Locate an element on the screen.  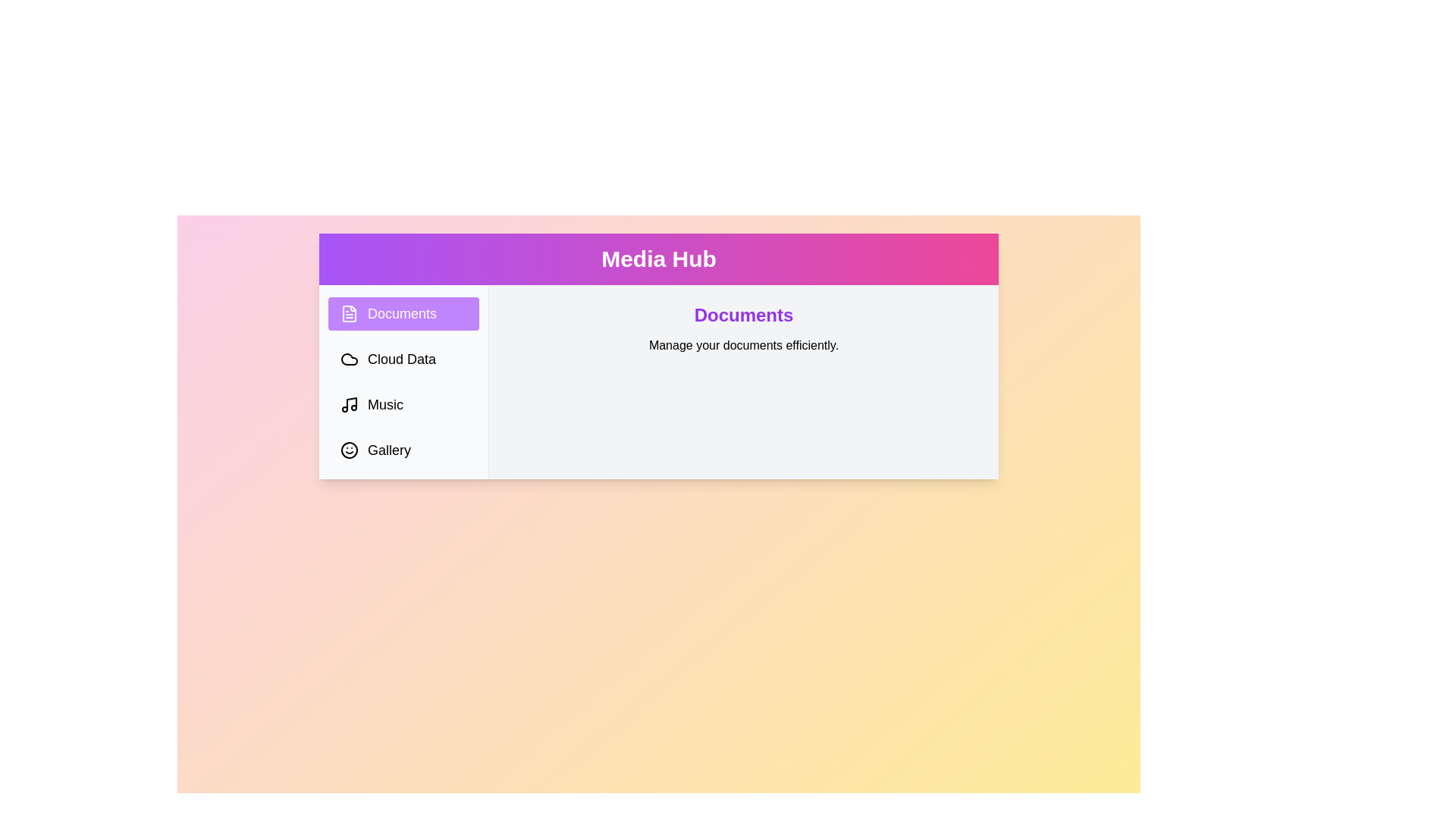
the tab labeled Gallery from the sidebar is located at coordinates (403, 450).